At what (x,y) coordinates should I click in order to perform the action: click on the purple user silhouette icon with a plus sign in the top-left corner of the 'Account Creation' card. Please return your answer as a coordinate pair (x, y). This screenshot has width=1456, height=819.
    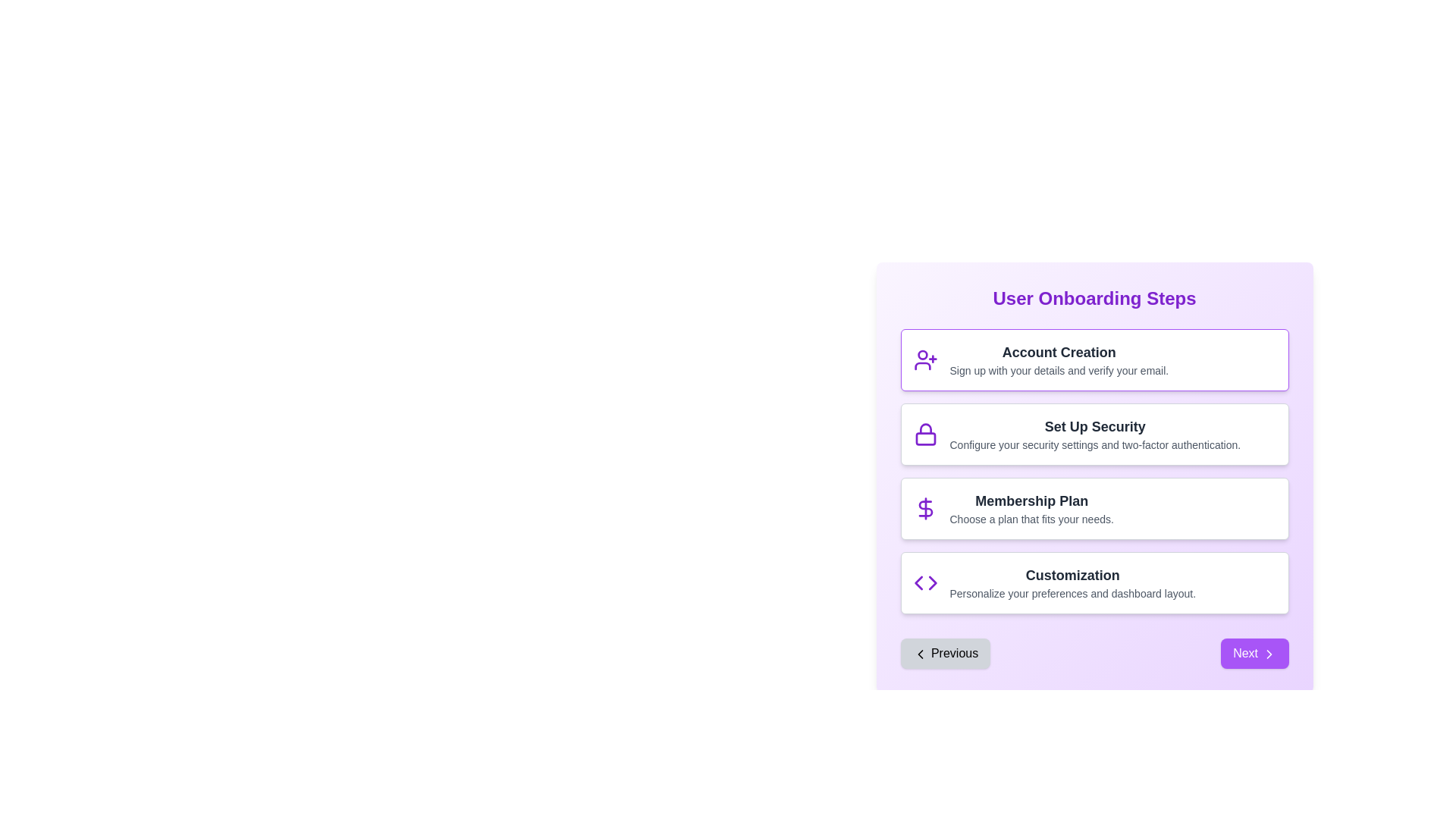
    Looking at the image, I should click on (924, 359).